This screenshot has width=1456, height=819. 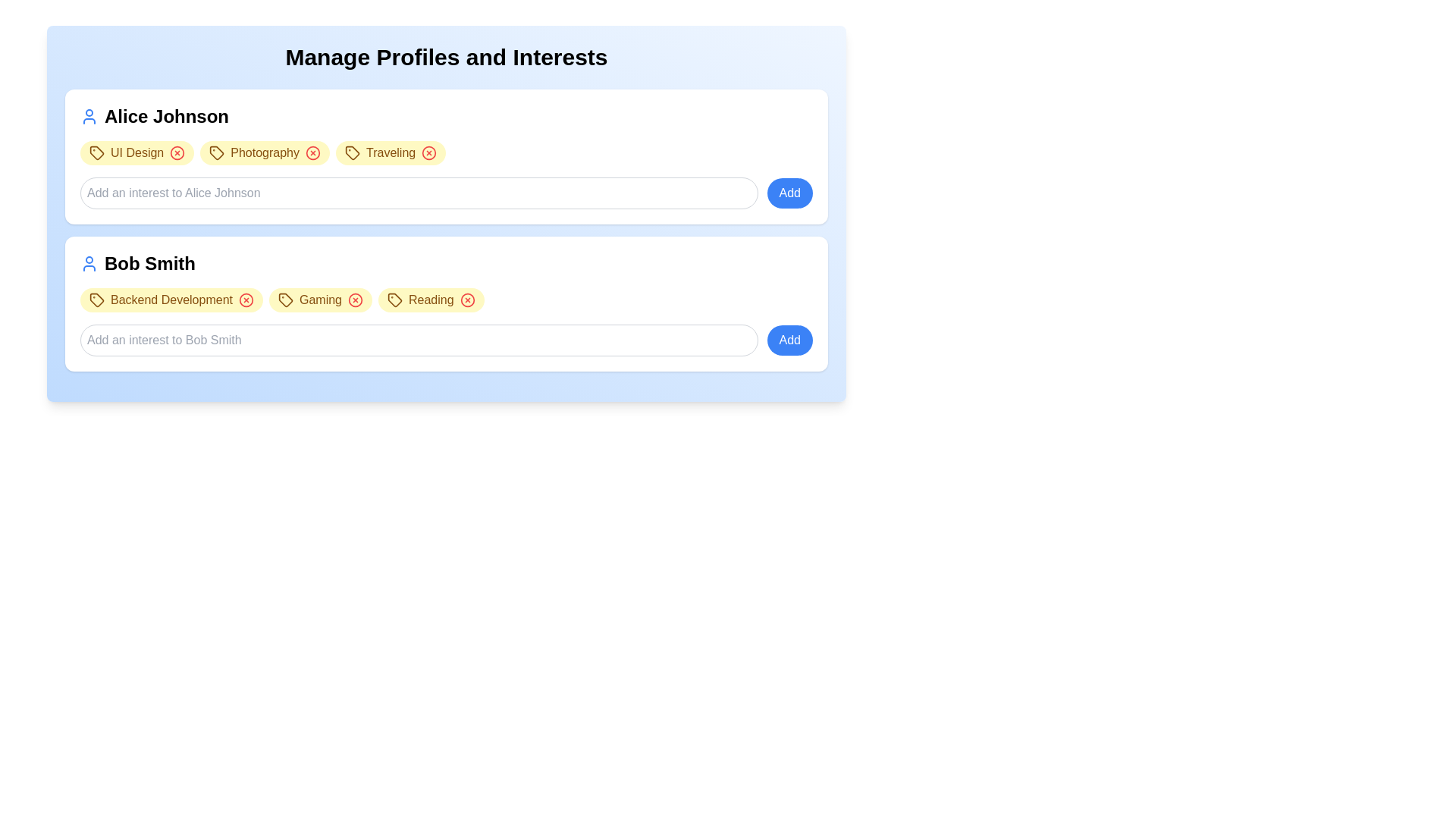 What do you see at coordinates (352, 152) in the screenshot?
I see `the 'Traveling' tag icon, which visually indicates the user's categorized interest in traveling, located under the profile of 'Alice Johnson'` at bounding box center [352, 152].